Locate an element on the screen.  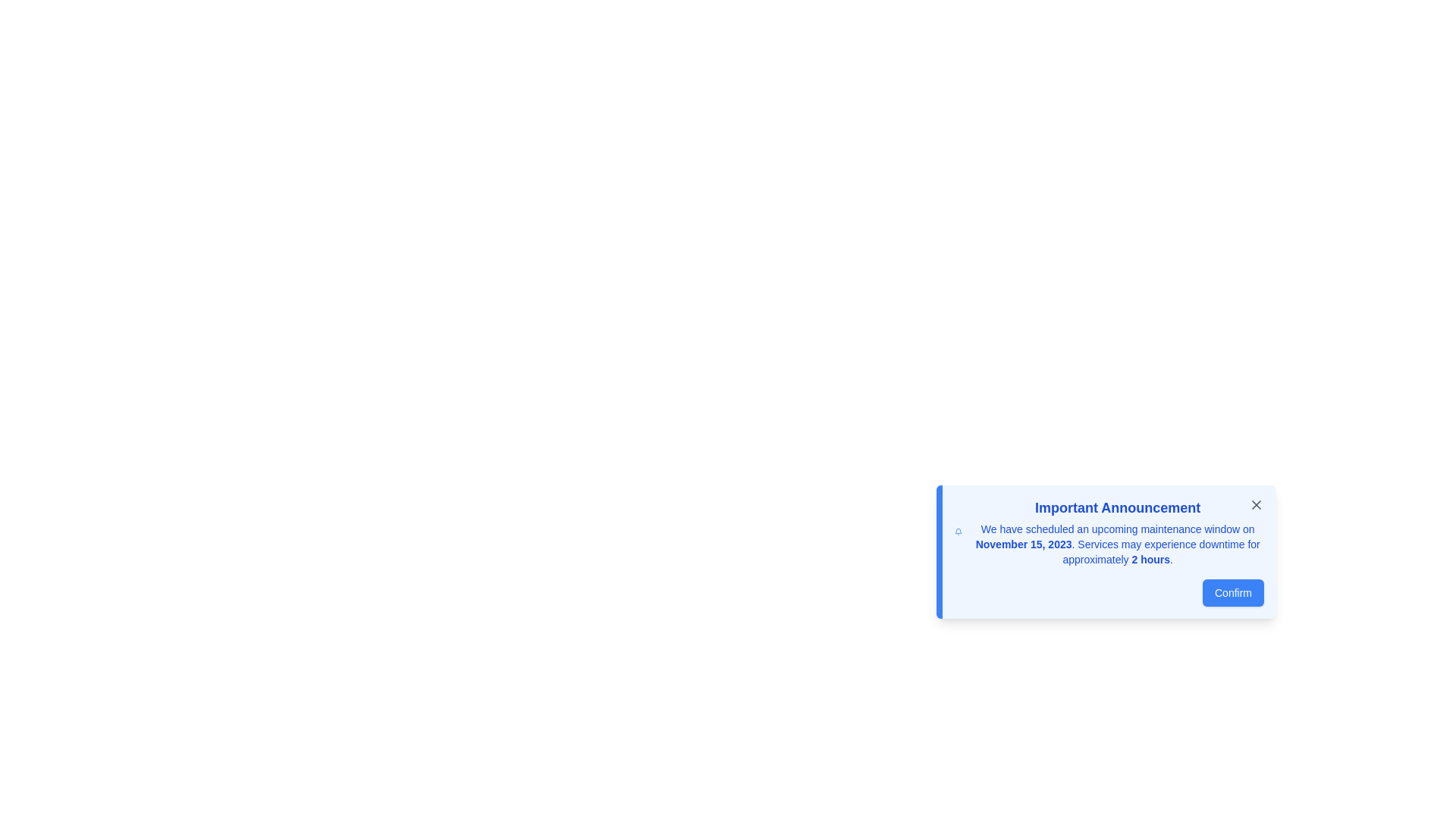
the text label or heading located at the top of the dialog box, summarizing the purpose of the content within is located at coordinates (1118, 508).